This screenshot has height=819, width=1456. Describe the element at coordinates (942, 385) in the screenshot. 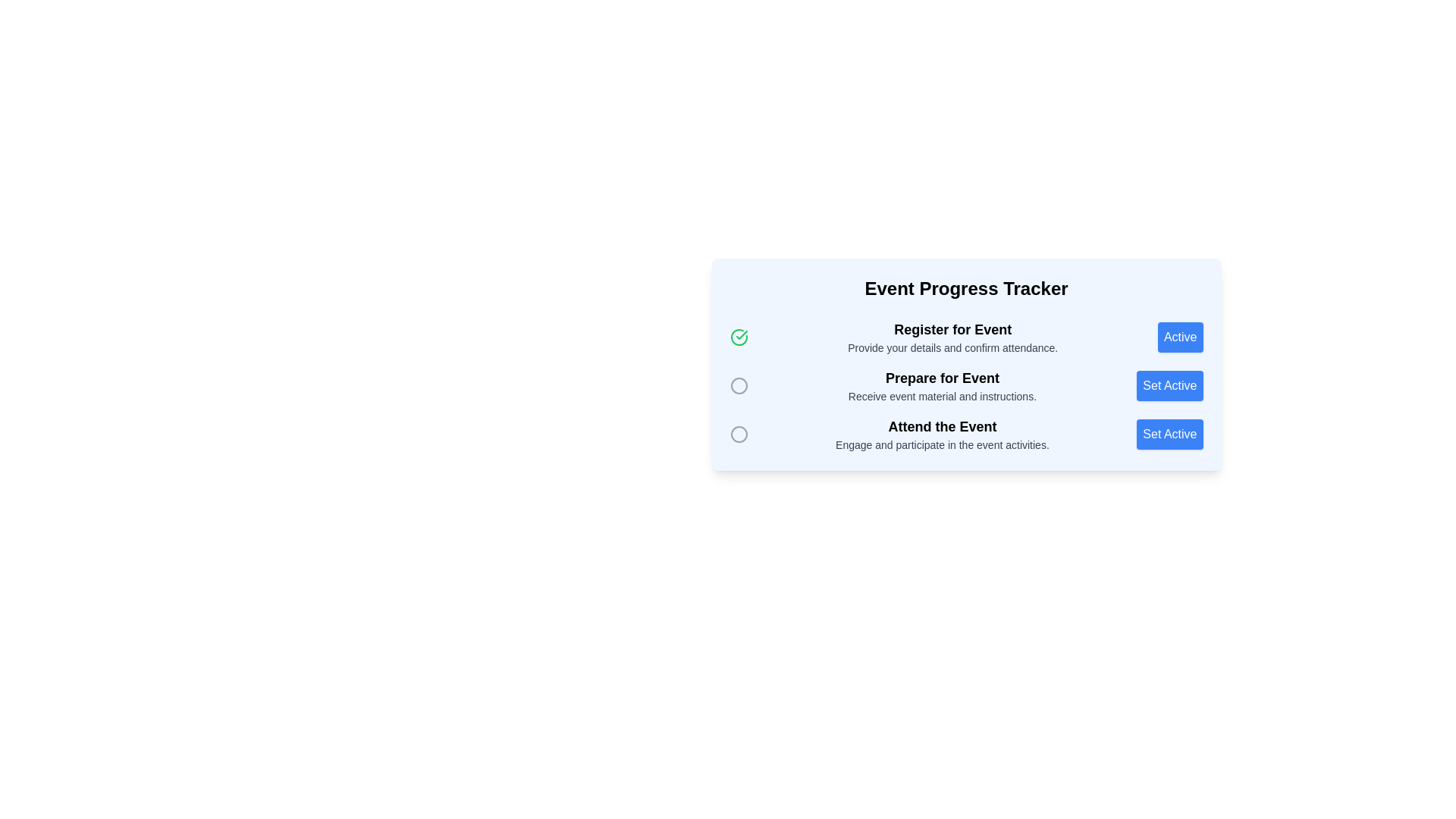

I see `the Text Block that provides information about preparing for an event, positioned between 'Register for Event' and 'Attend the Event'` at that location.